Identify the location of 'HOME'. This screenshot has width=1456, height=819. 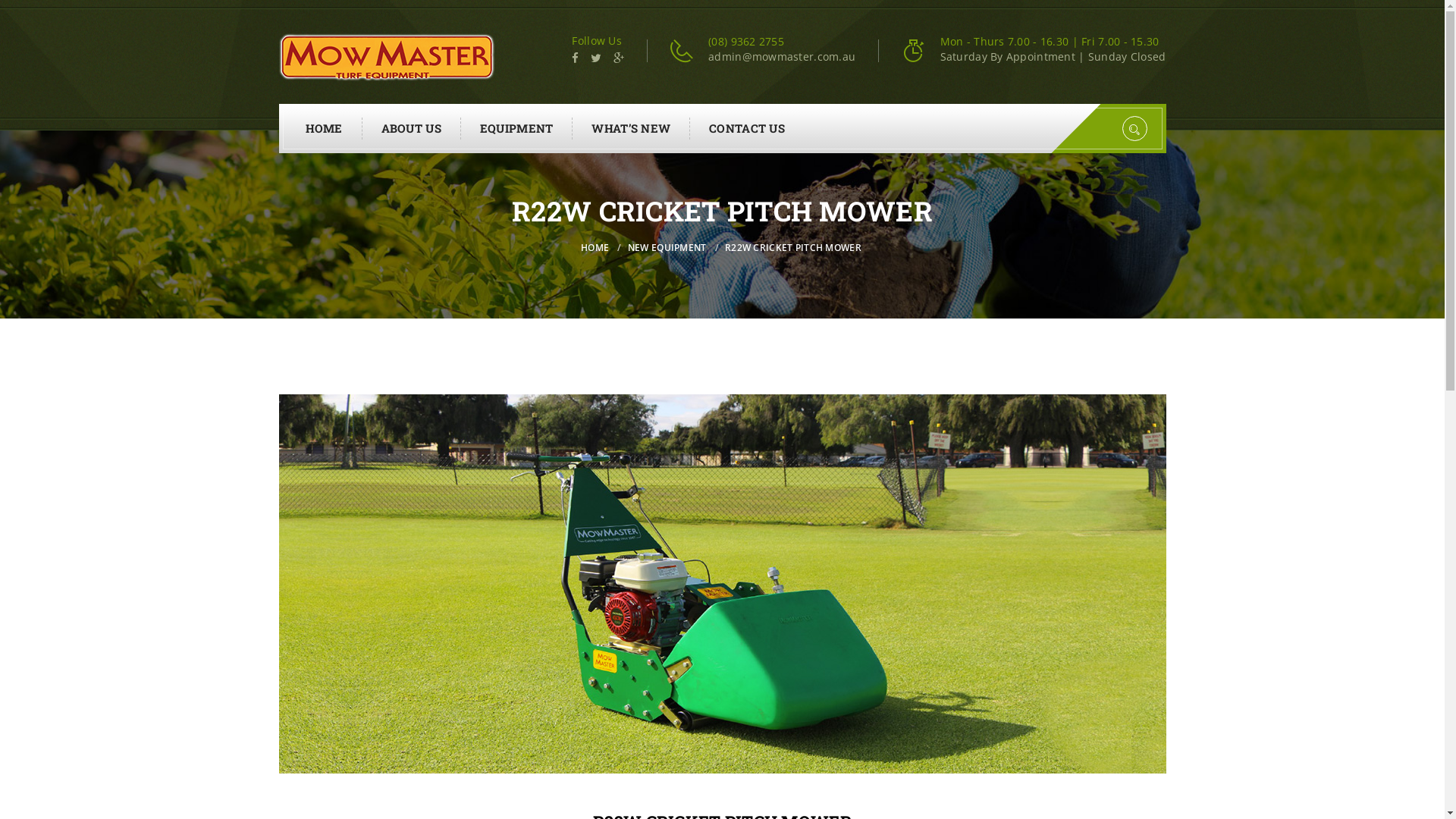
(580, 246).